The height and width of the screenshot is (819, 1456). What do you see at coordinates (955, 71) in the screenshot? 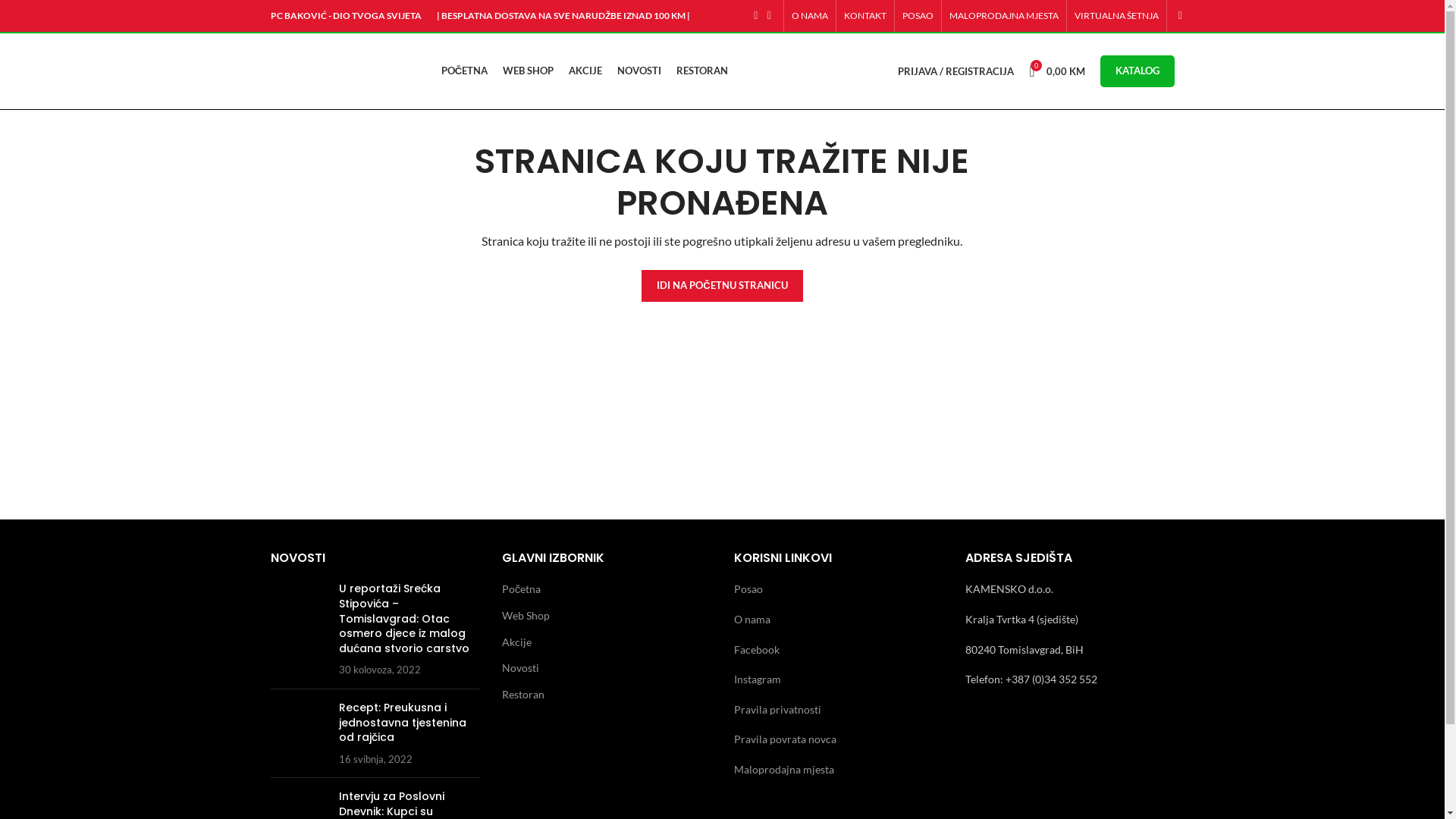
I see `'PRIJAVA / REGISTRACIJA'` at bounding box center [955, 71].